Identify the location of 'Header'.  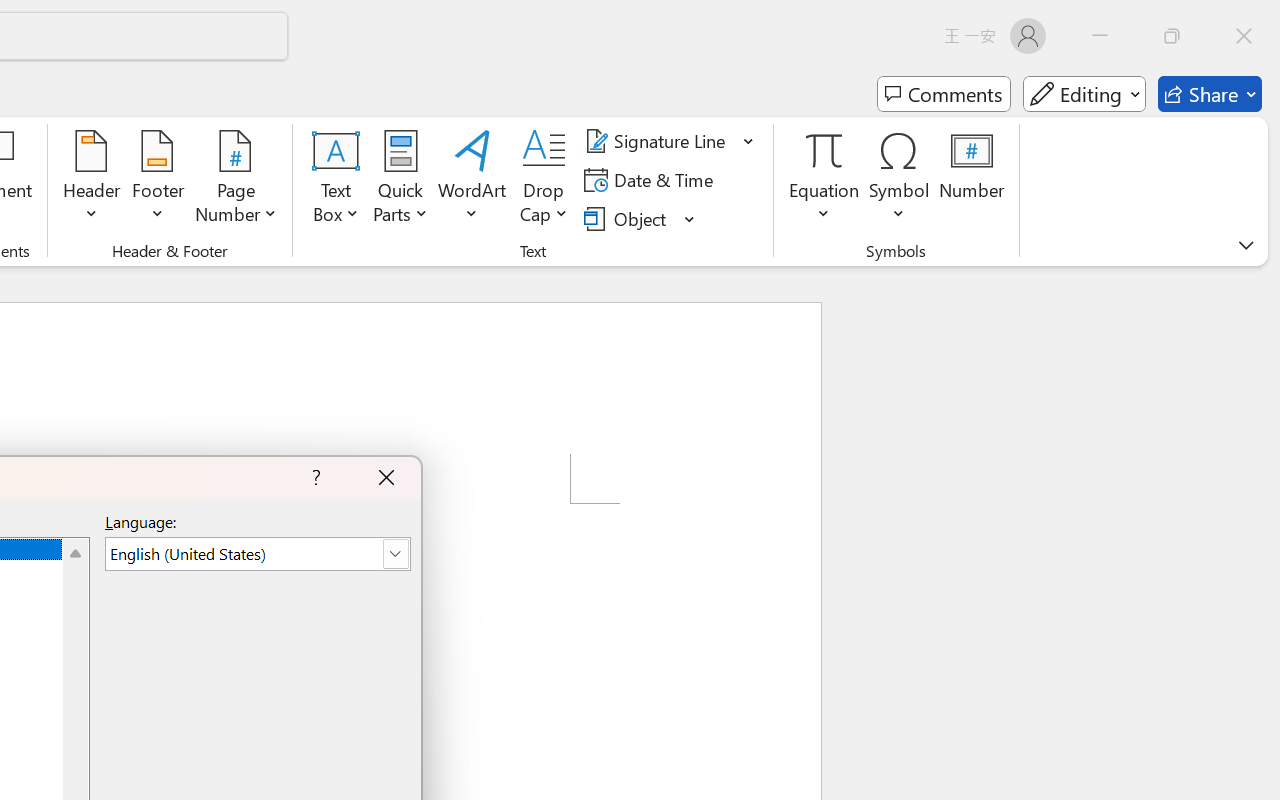
(91, 179).